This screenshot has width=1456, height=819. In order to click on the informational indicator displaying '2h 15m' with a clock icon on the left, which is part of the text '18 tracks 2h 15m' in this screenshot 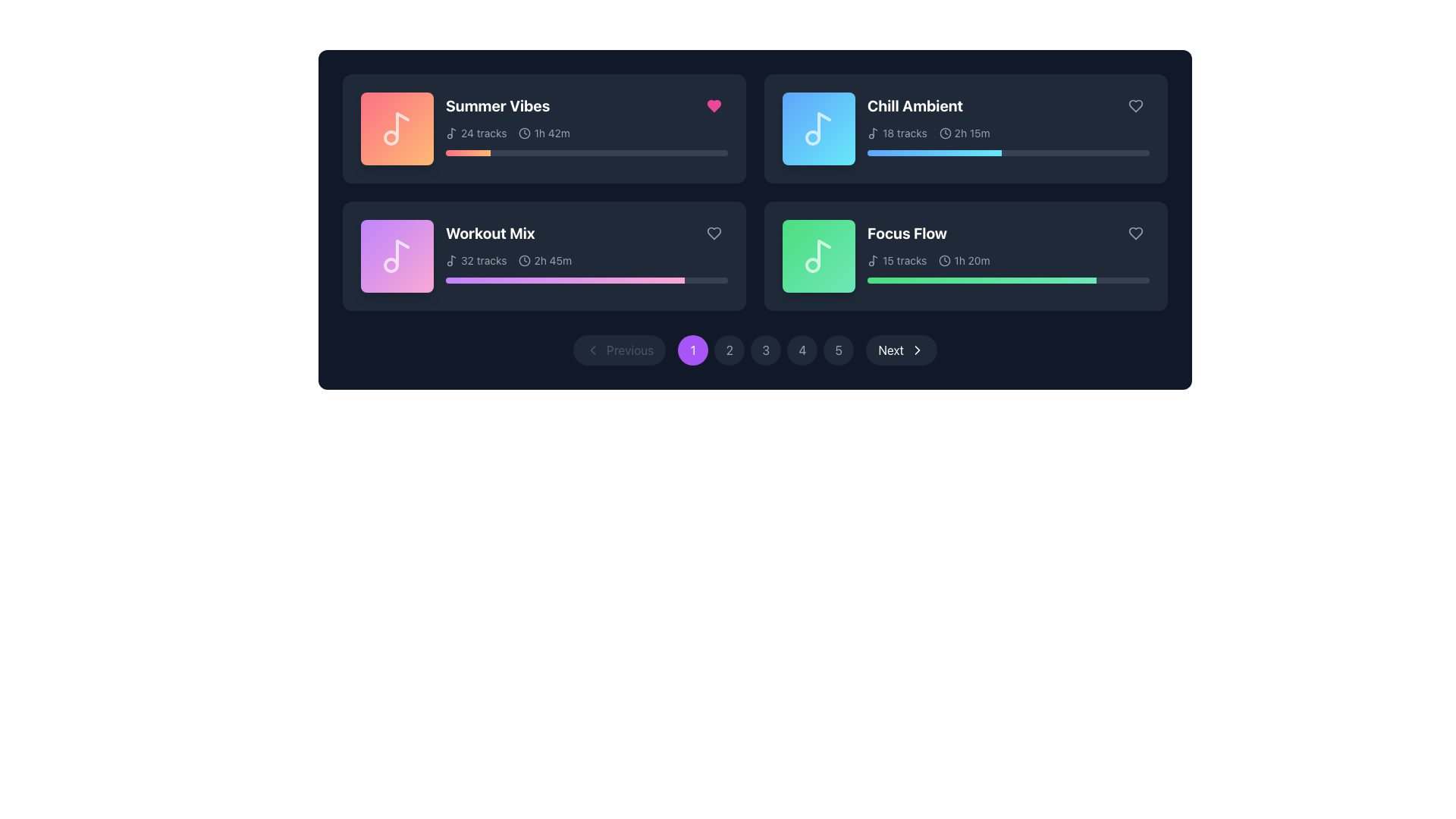, I will do `click(964, 133)`.